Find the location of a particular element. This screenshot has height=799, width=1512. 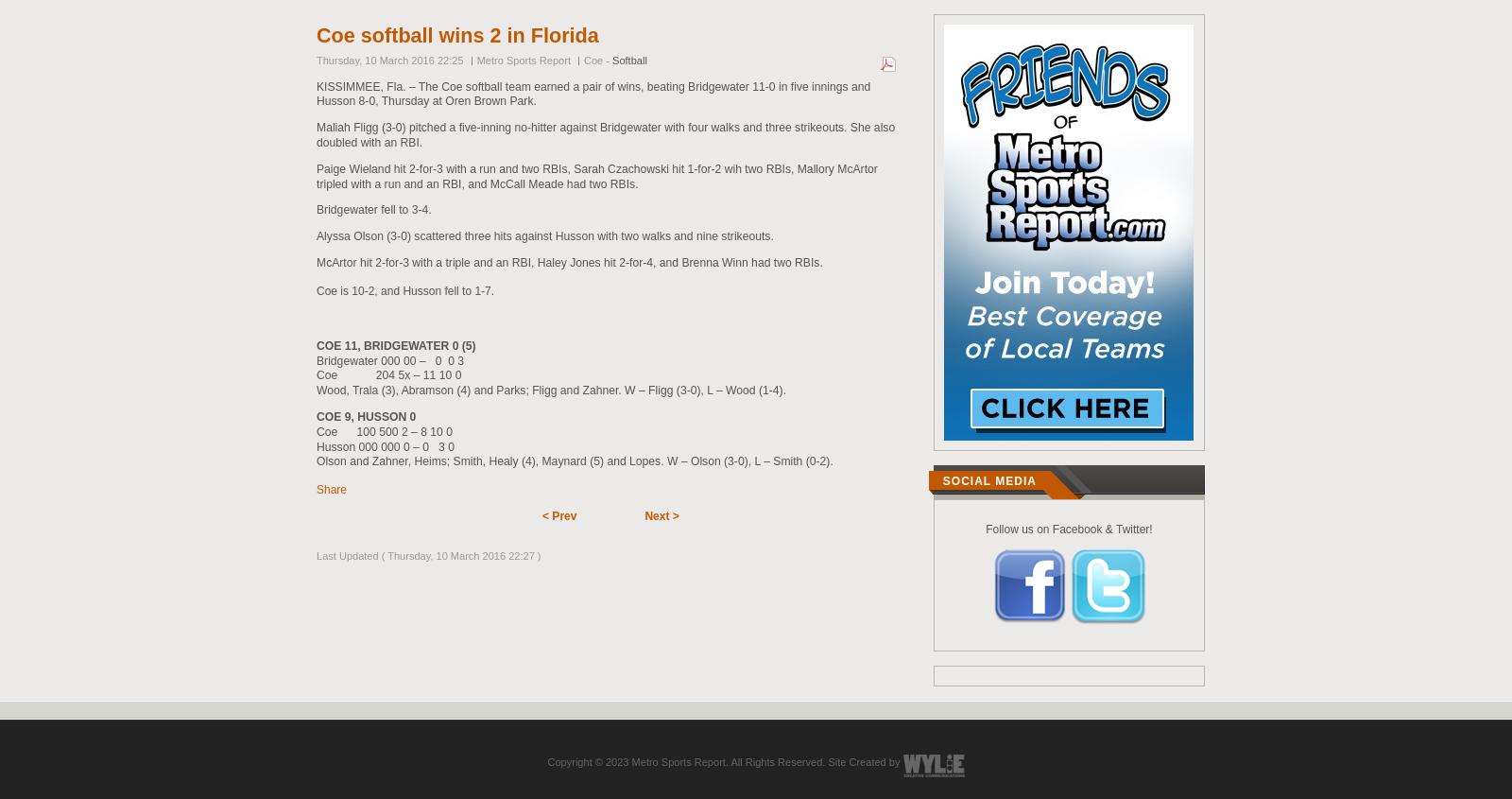

'COE 11, BRIDGEWATER 0 (5)' is located at coordinates (317, 344).